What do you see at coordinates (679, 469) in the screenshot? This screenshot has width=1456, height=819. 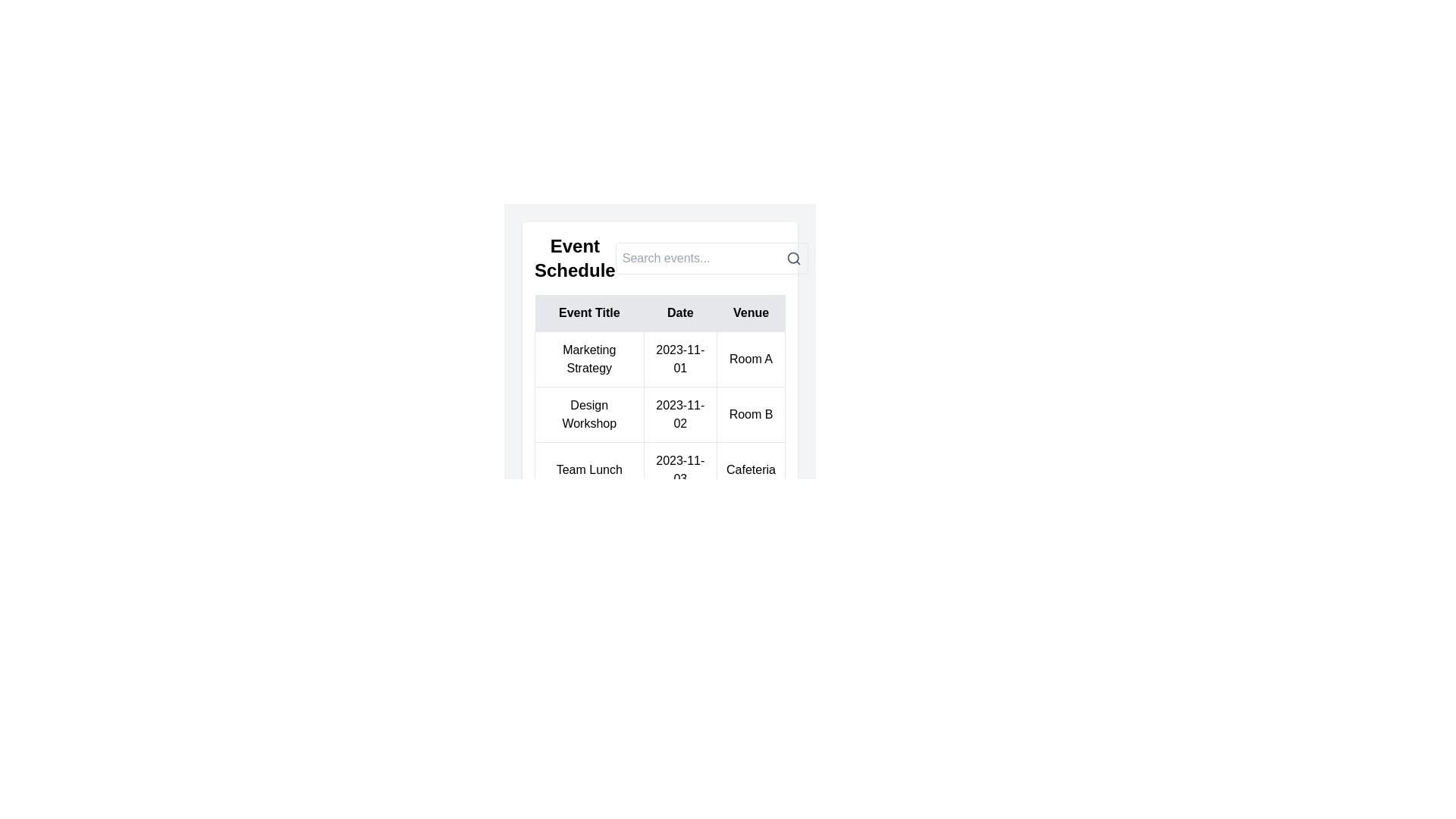 I see `the Text element displaying the date for the 'Team Lunch' event located in the third row of the table under the 'Date' column` at bounding box center [679, 469].